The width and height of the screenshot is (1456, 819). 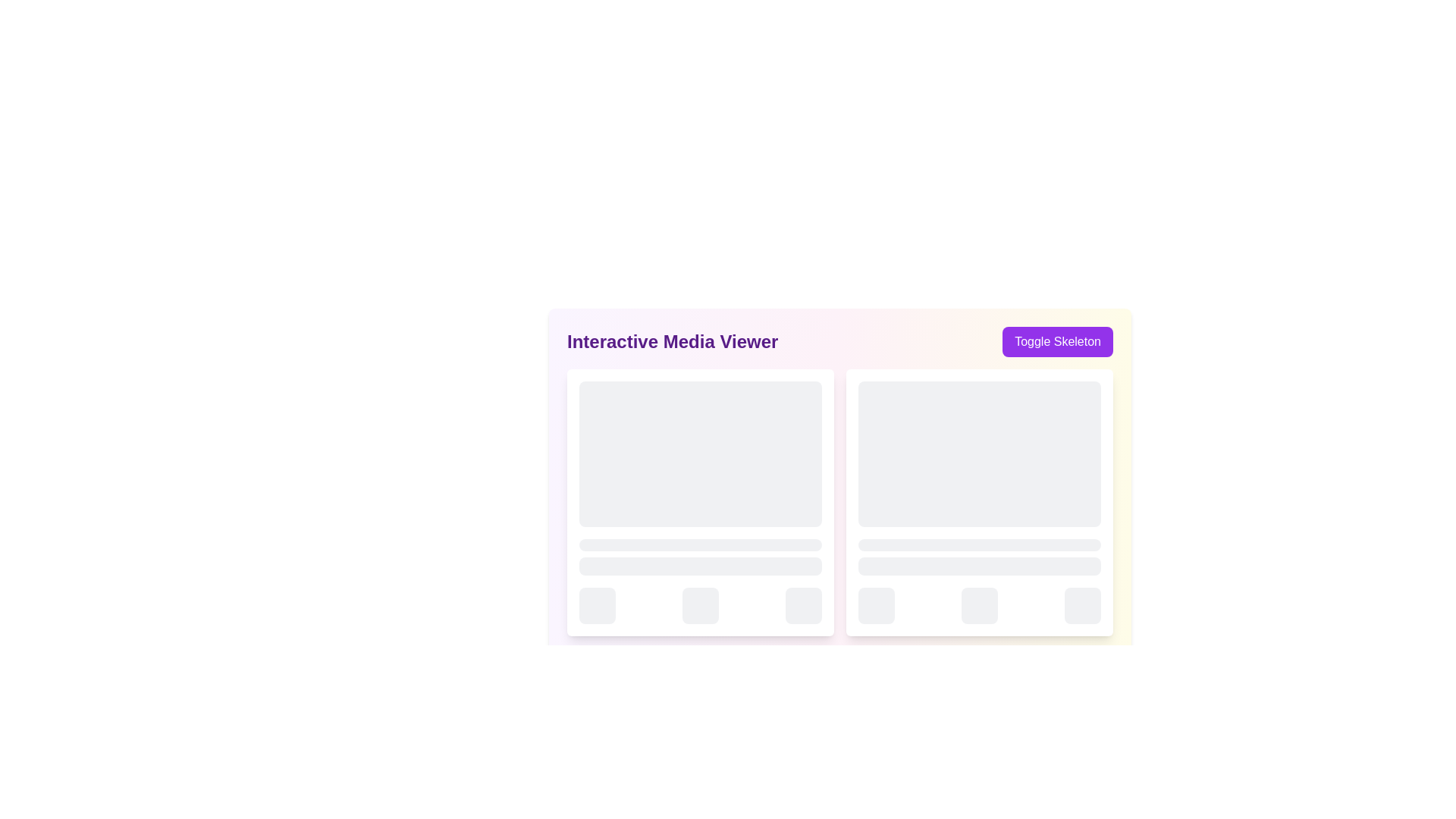 What do you see at coordinates (803, 604) in the screenshot?
I see `the loading animation block, which is the third element in a row of three at the bottom section of the panel` at bounding box center [803, 604].